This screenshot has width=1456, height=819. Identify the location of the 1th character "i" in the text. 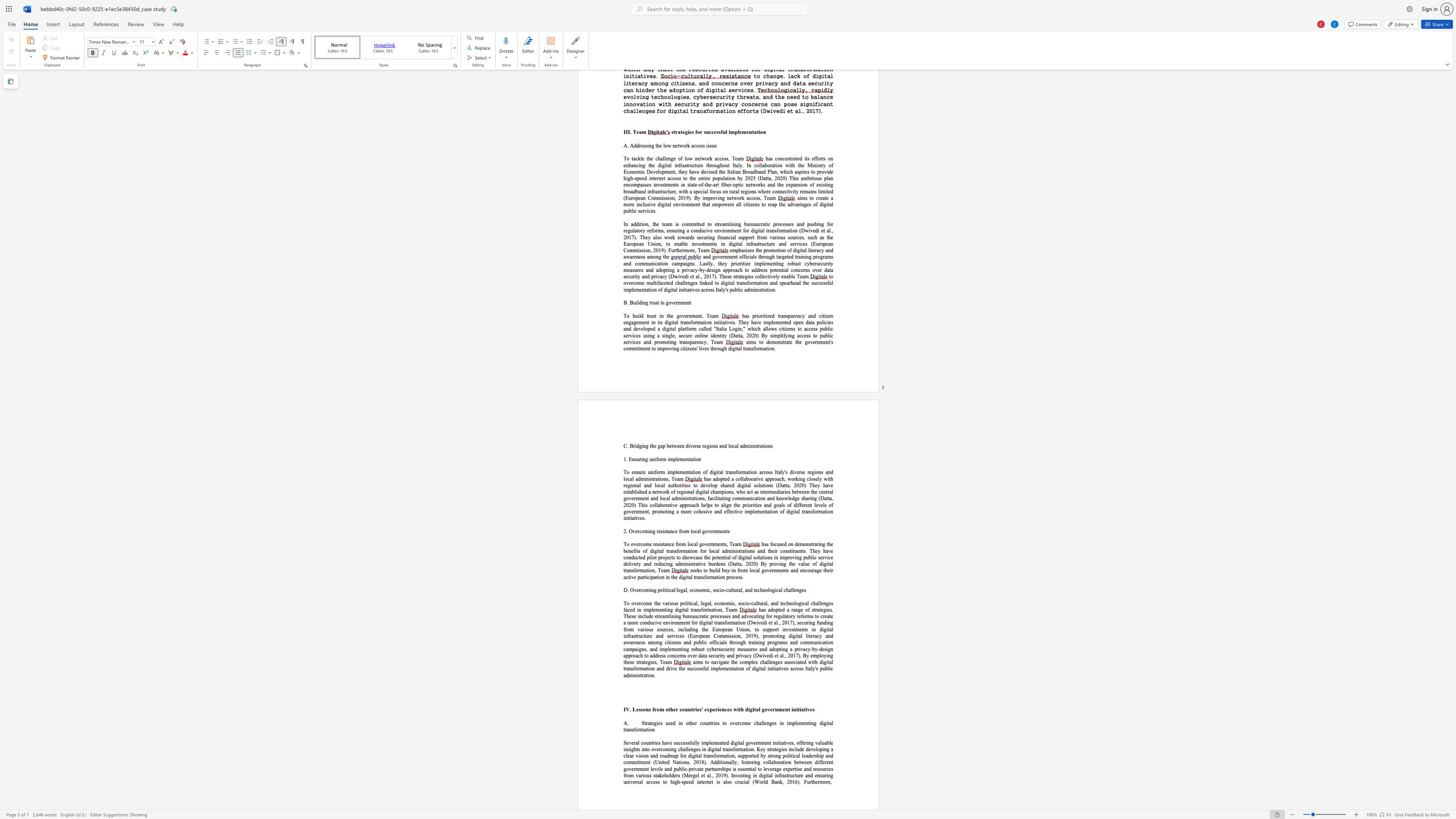
(643, 775).